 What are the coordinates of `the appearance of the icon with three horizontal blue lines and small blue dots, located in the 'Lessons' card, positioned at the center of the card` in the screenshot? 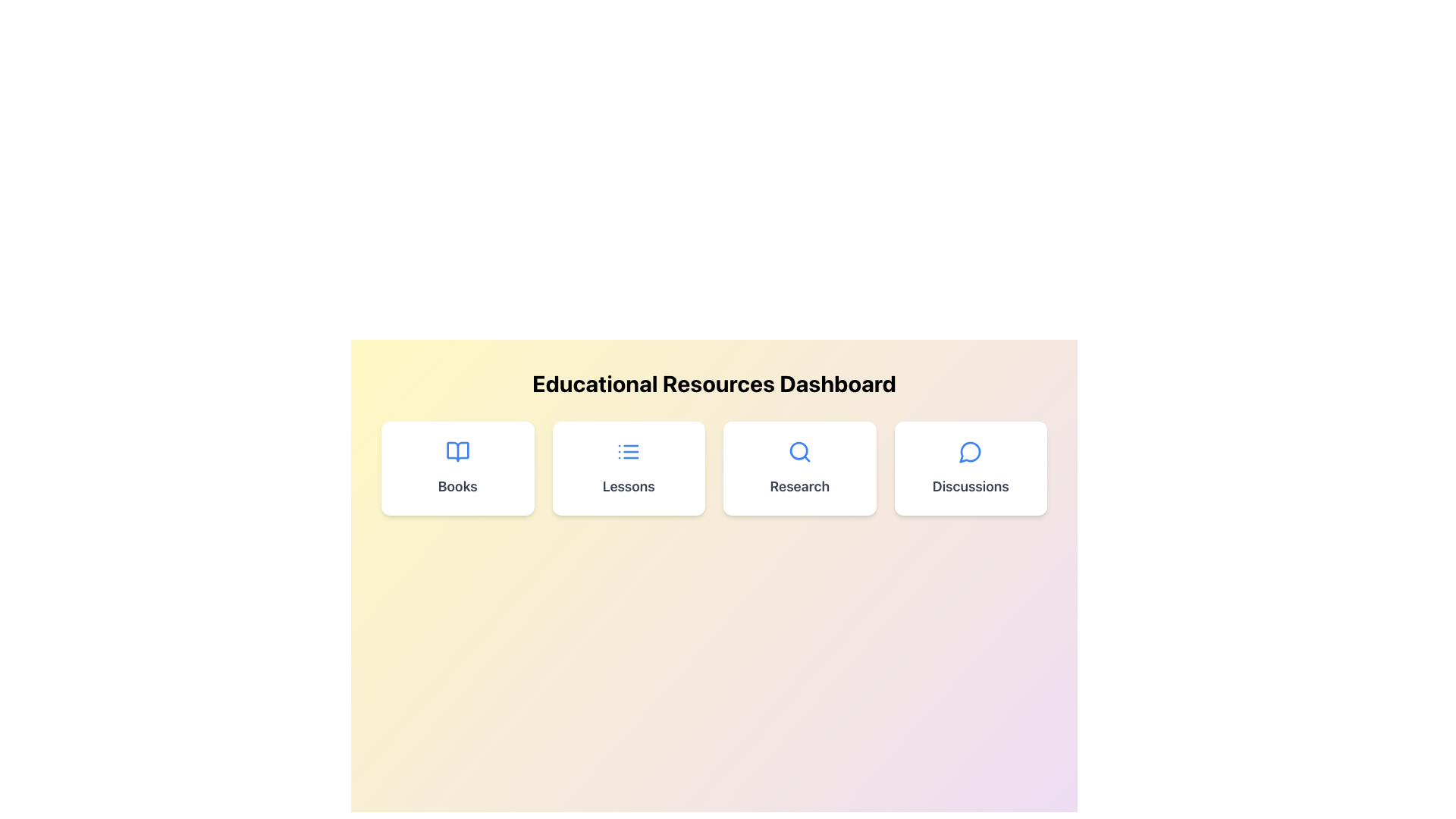 It's located at (629, 451).